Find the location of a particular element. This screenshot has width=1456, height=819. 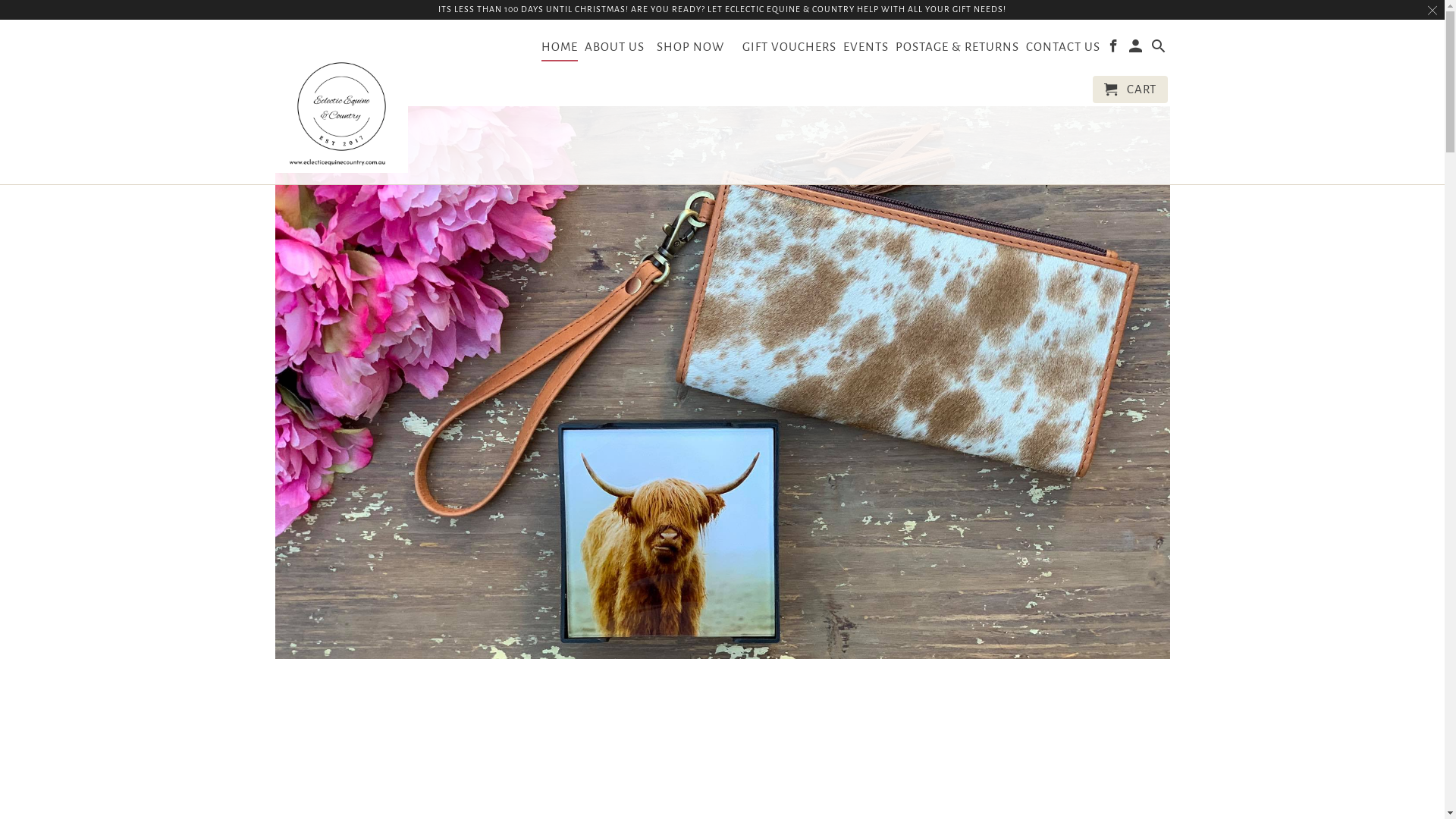

'My Account ' is located at coordinates (1128, 49).